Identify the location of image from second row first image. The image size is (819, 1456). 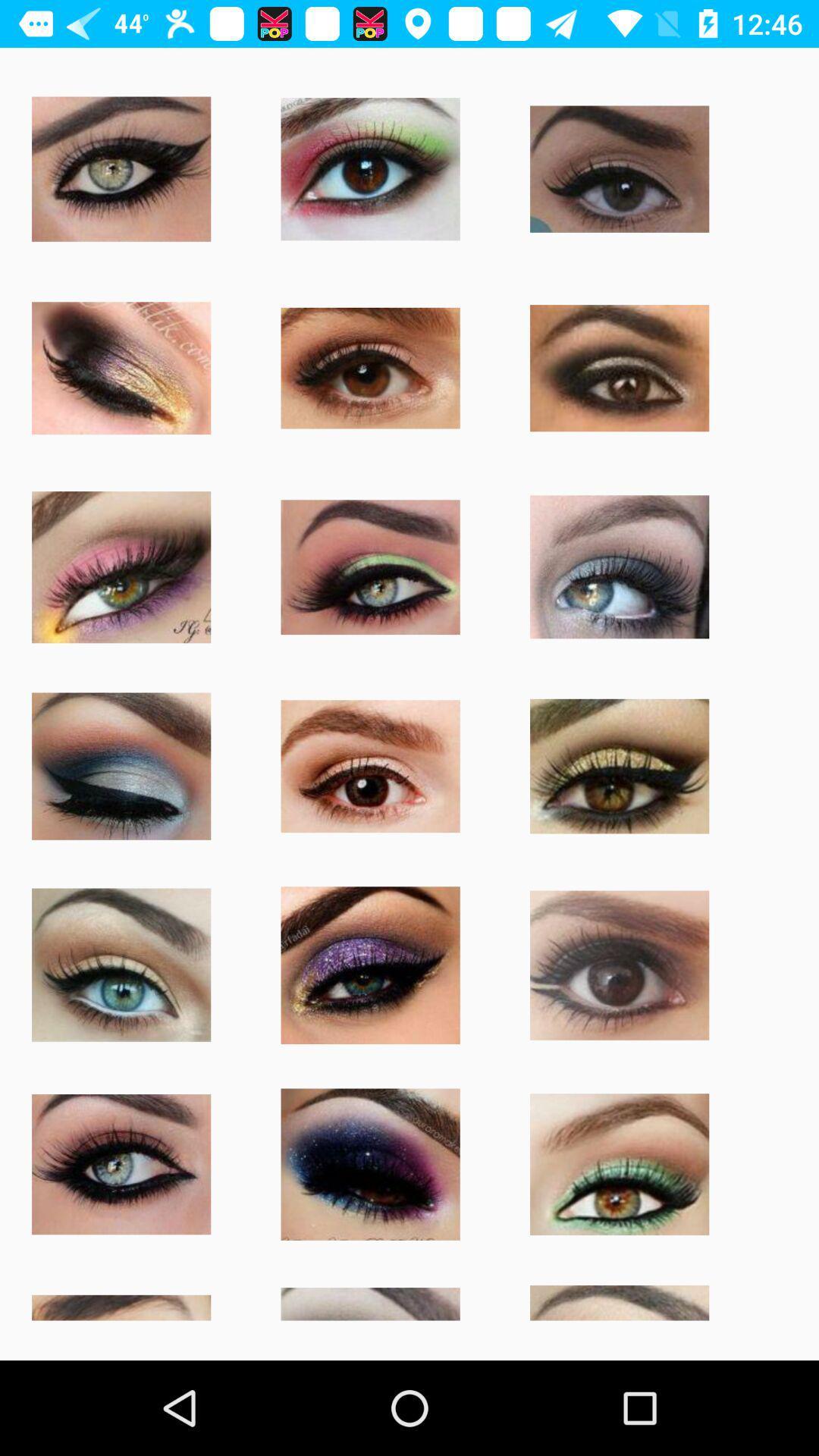
(120, 368).